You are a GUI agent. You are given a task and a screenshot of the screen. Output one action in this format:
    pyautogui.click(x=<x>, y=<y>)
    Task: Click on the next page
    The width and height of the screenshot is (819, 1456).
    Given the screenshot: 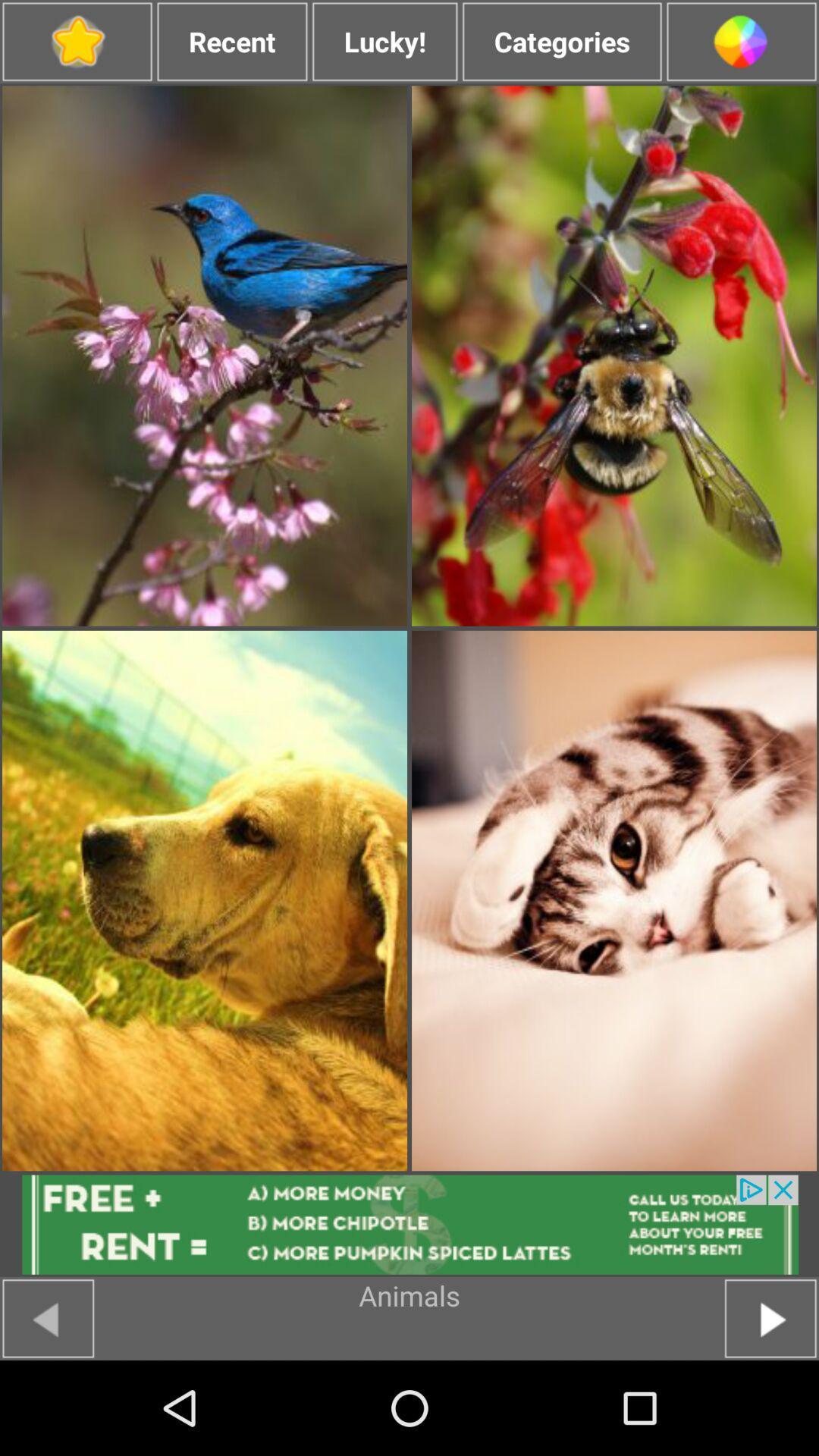 What is the action you would take?
    pyautogui.click(x=770, y=1317)
    